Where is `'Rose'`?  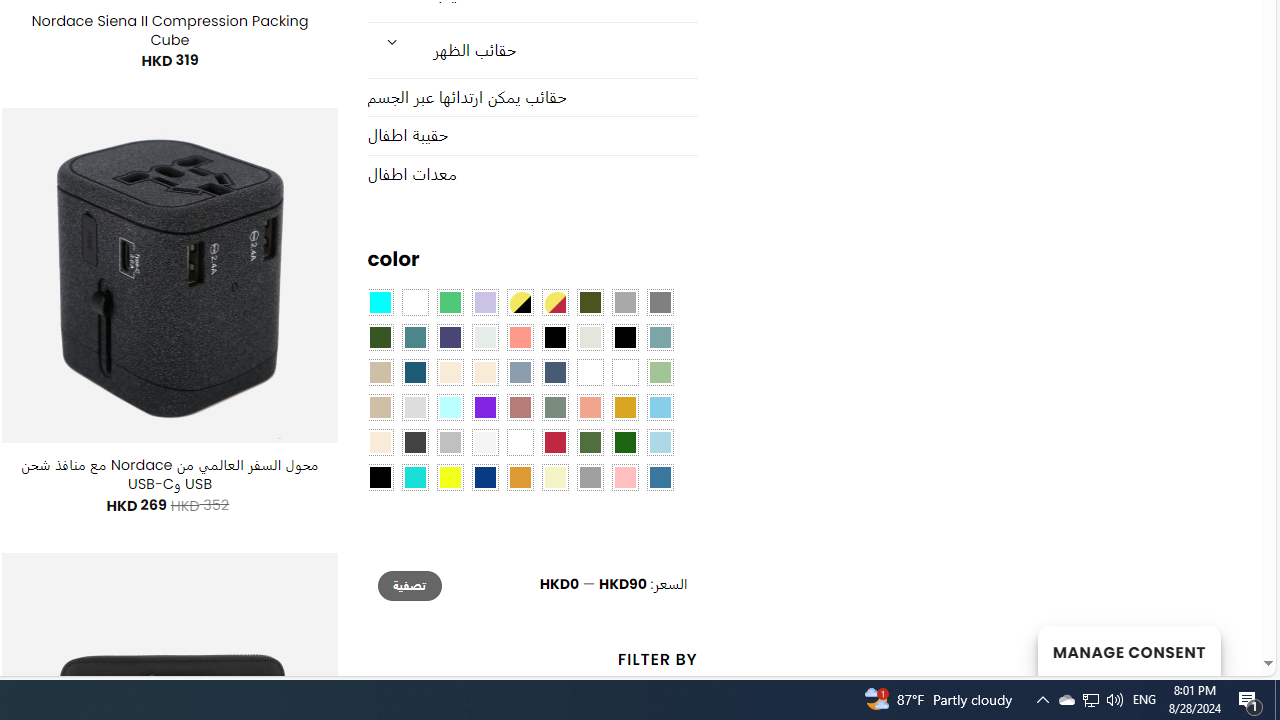 'Rose' is located at coordinates (519, 407).